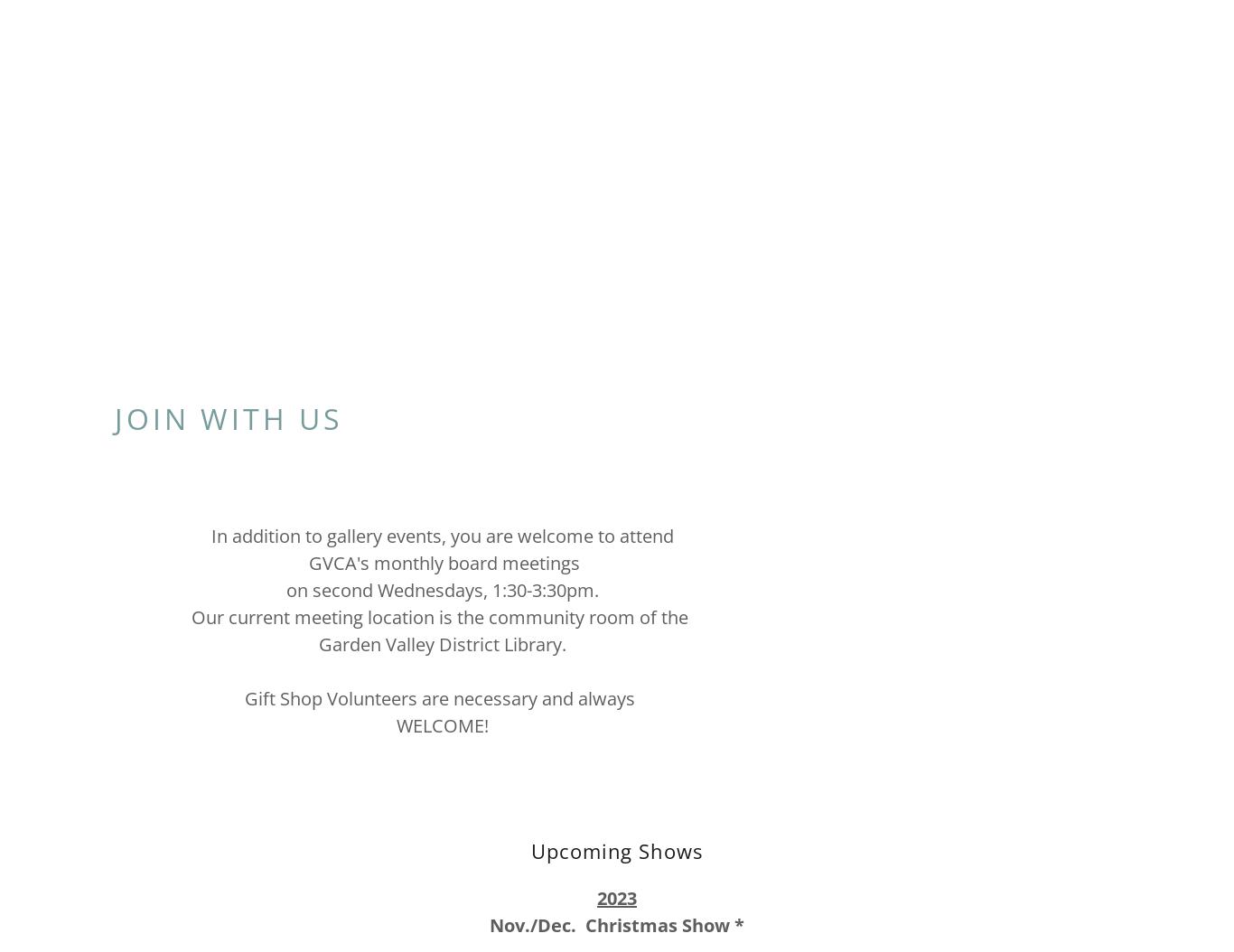 This screenshot has width=1234, height=952. Describe the element at coordinates (617, 924) in the screenshot. I see `'Nov./Dec.  Christmas Show *'` at that location.